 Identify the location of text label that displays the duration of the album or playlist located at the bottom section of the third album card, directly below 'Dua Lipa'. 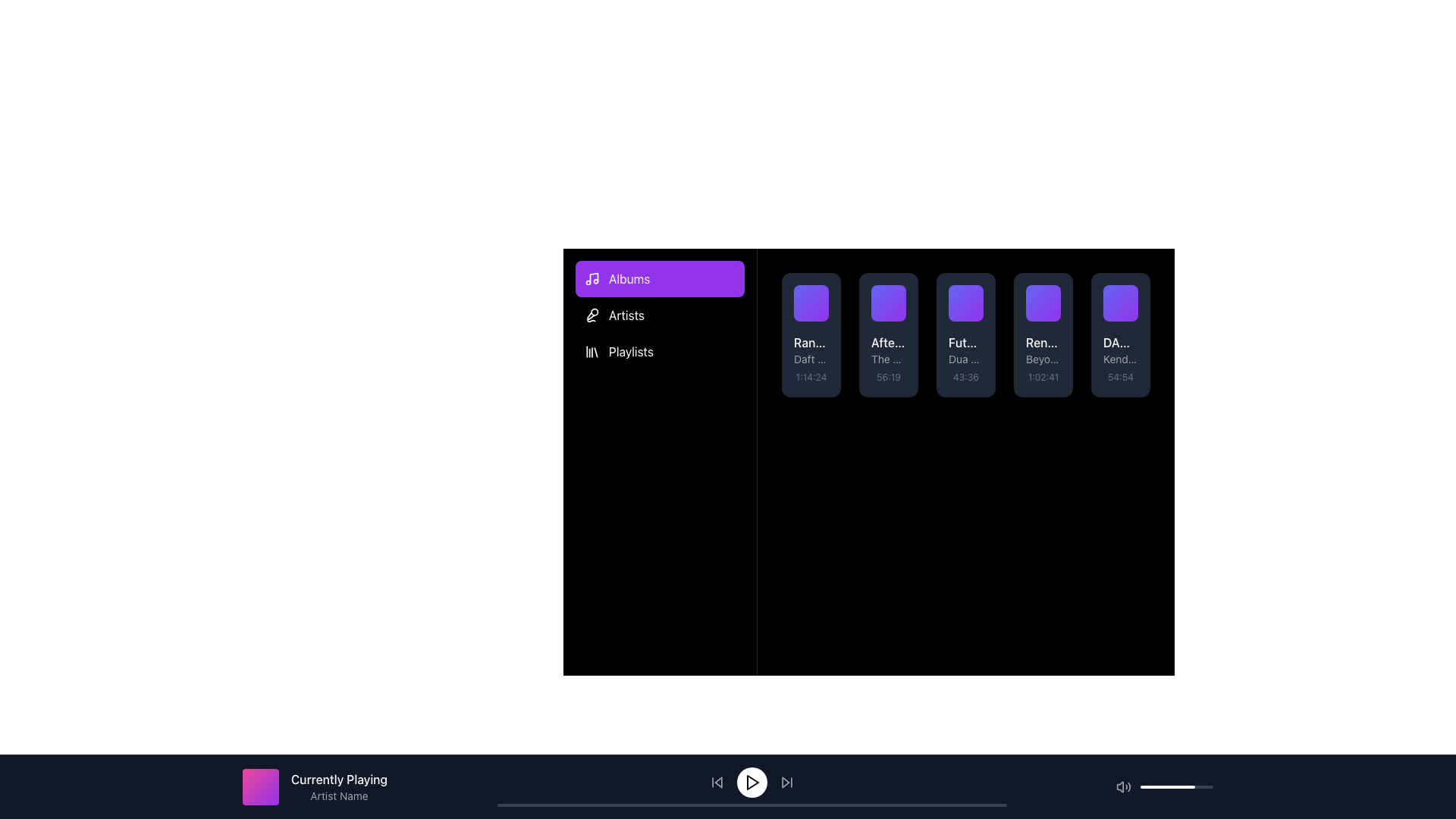
(965, 376).